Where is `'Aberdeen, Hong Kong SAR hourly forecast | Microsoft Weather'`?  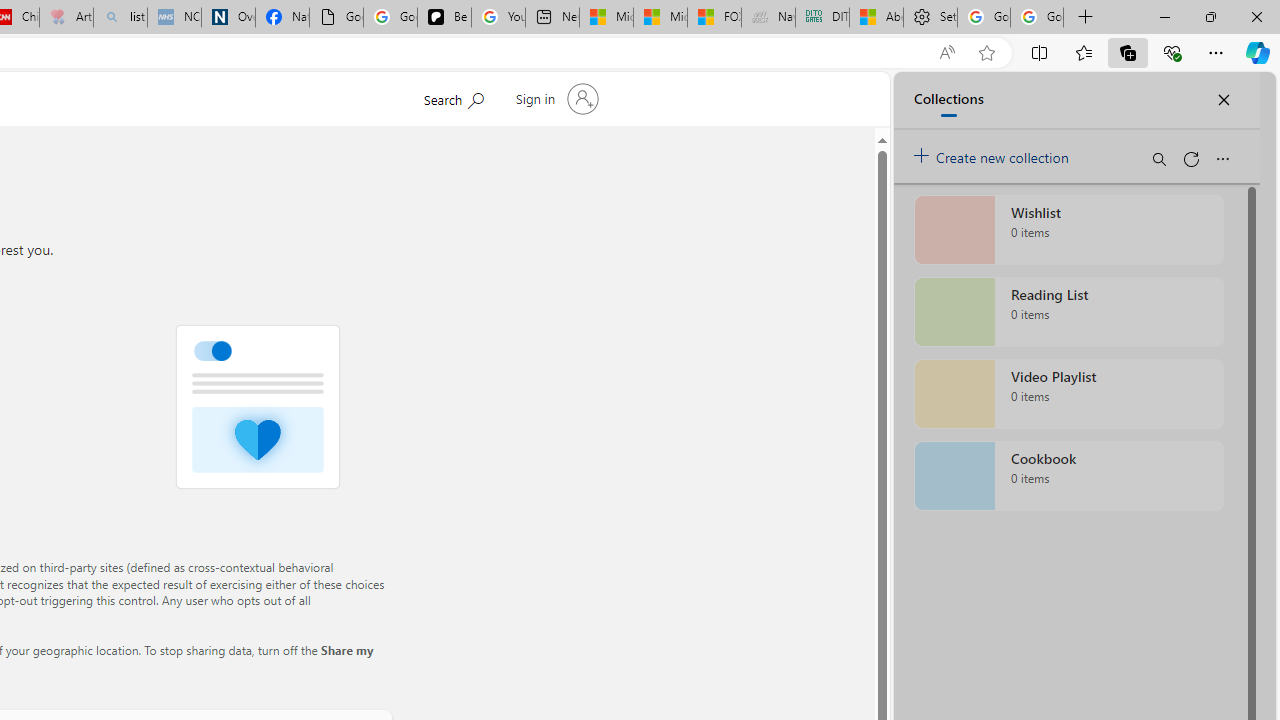
'Aberdeen, Hong Kong SAR hourly forecast | Microsoft Weather' is located at coordinates (876, 17).